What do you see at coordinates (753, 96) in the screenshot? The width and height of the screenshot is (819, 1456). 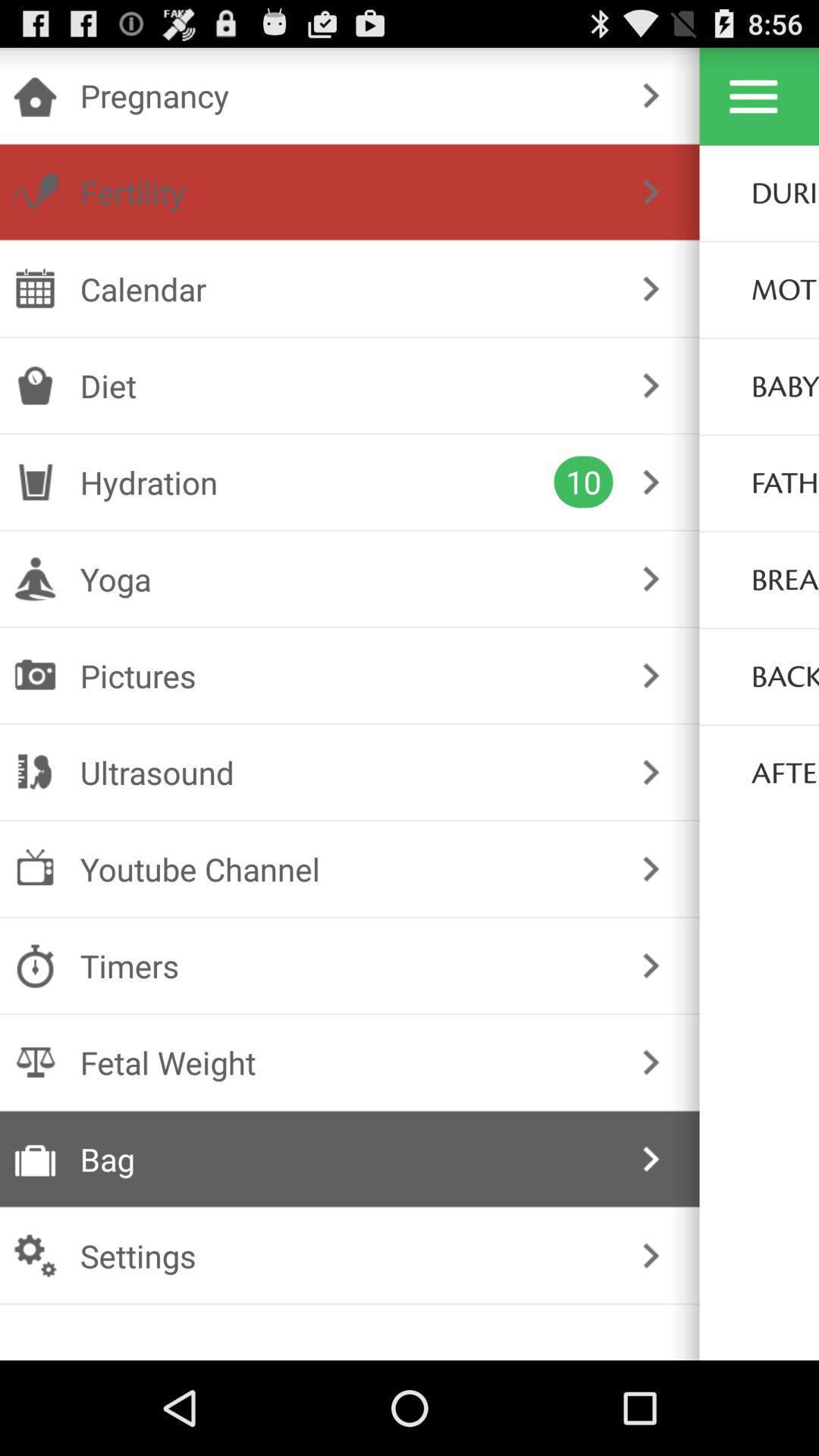 I see `menu options` at bounding box center [753, 96].